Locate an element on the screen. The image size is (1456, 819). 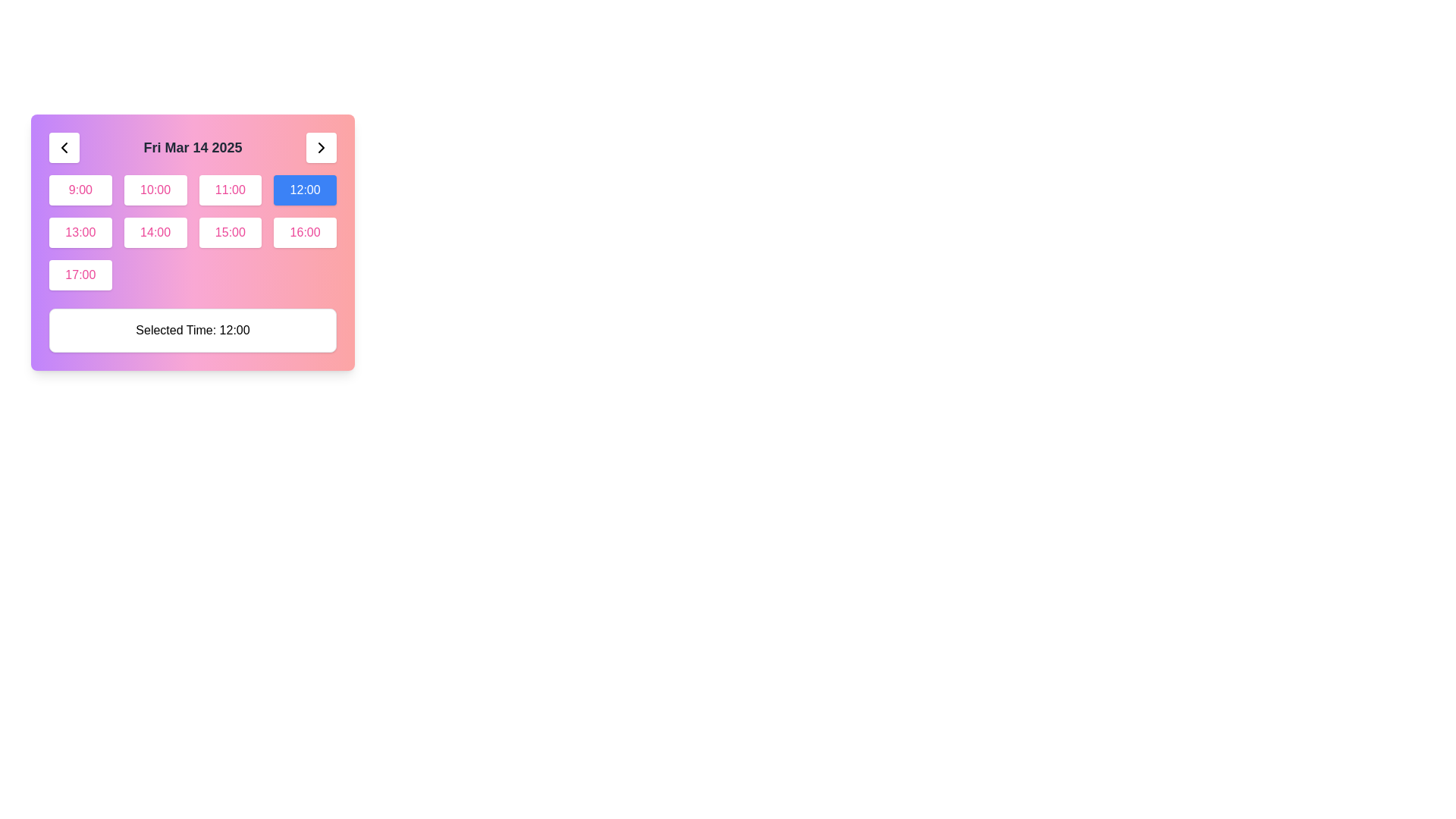
the button displaying '15:00' in pink, located in the second row and third column of the time options grid is located at coordinates (229, 233).